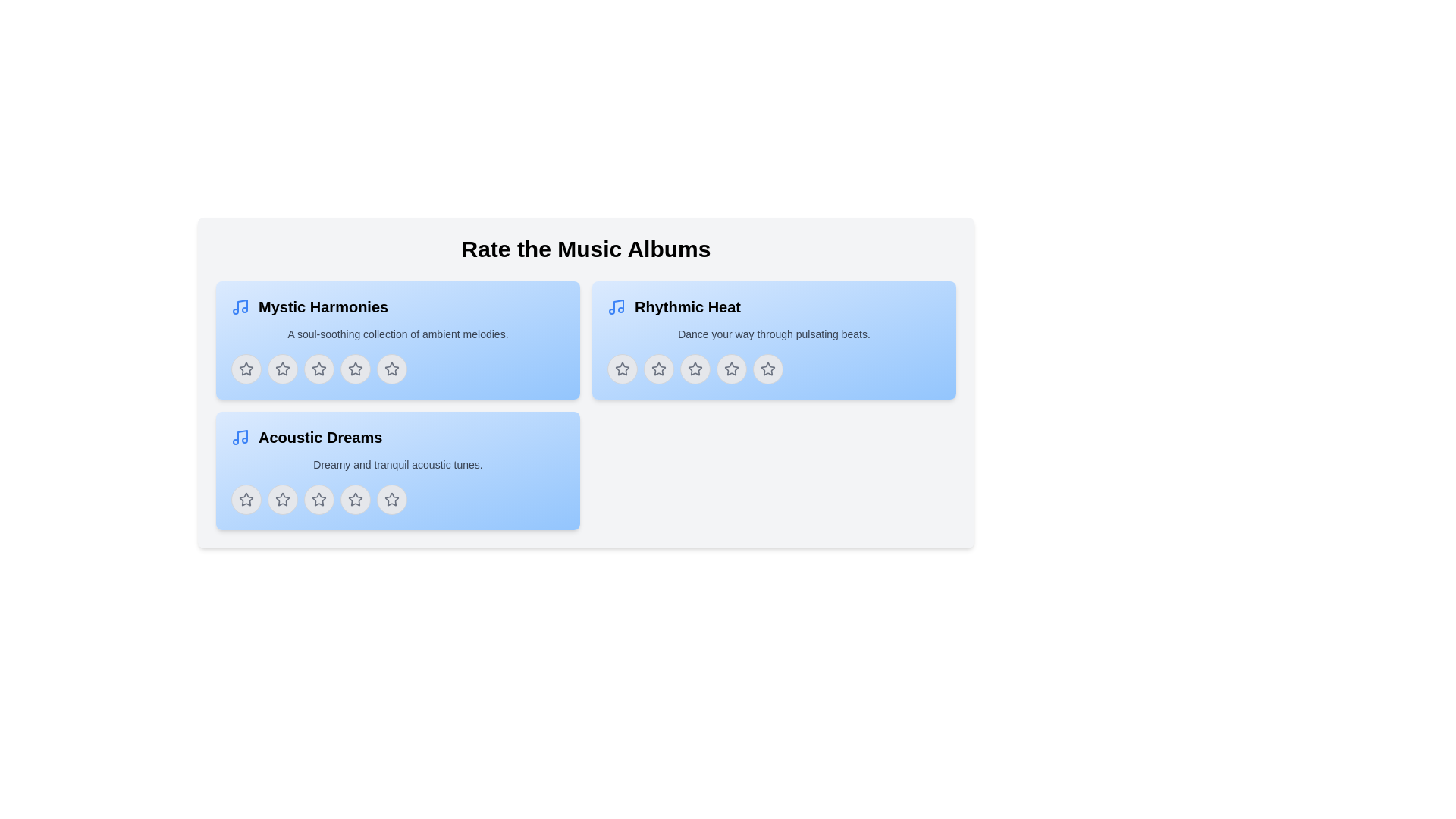  What do you see at coordinates (355, 499) in the screenshot?
I see `the fourth star-shaped rating icon` at bounding box center [355, 499].